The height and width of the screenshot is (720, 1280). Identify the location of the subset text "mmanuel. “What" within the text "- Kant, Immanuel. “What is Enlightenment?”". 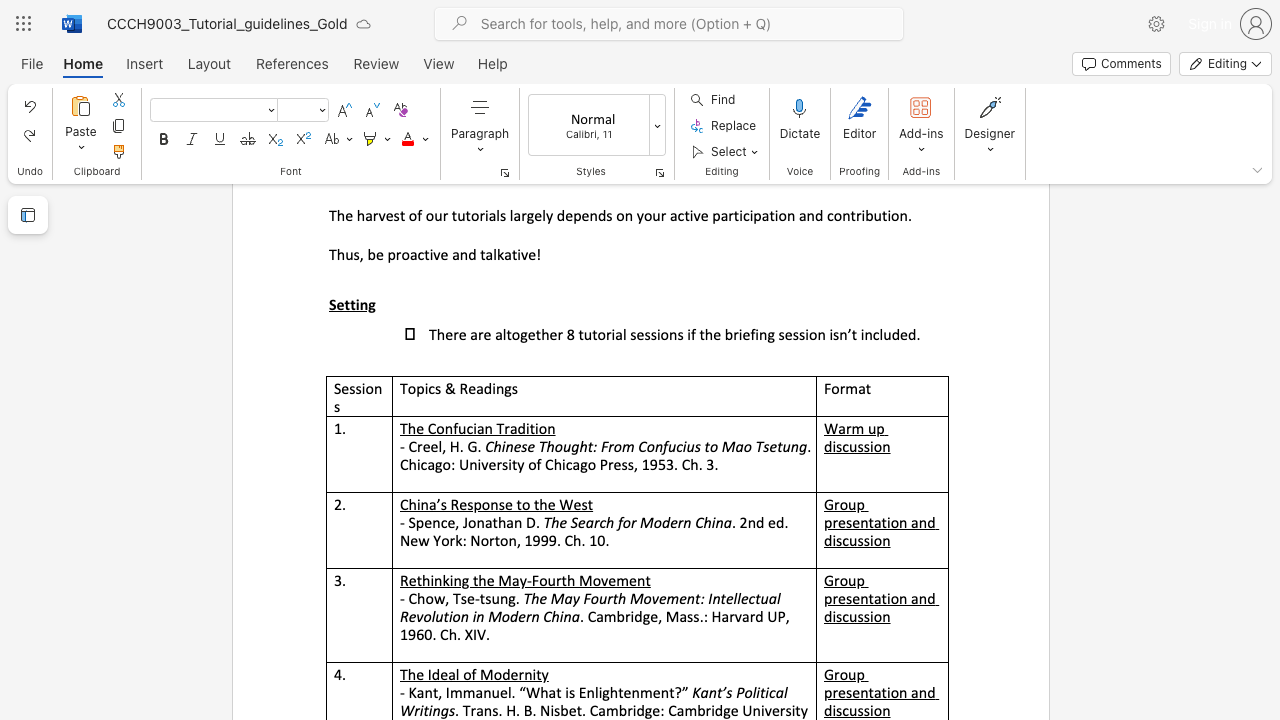
(448, 691).